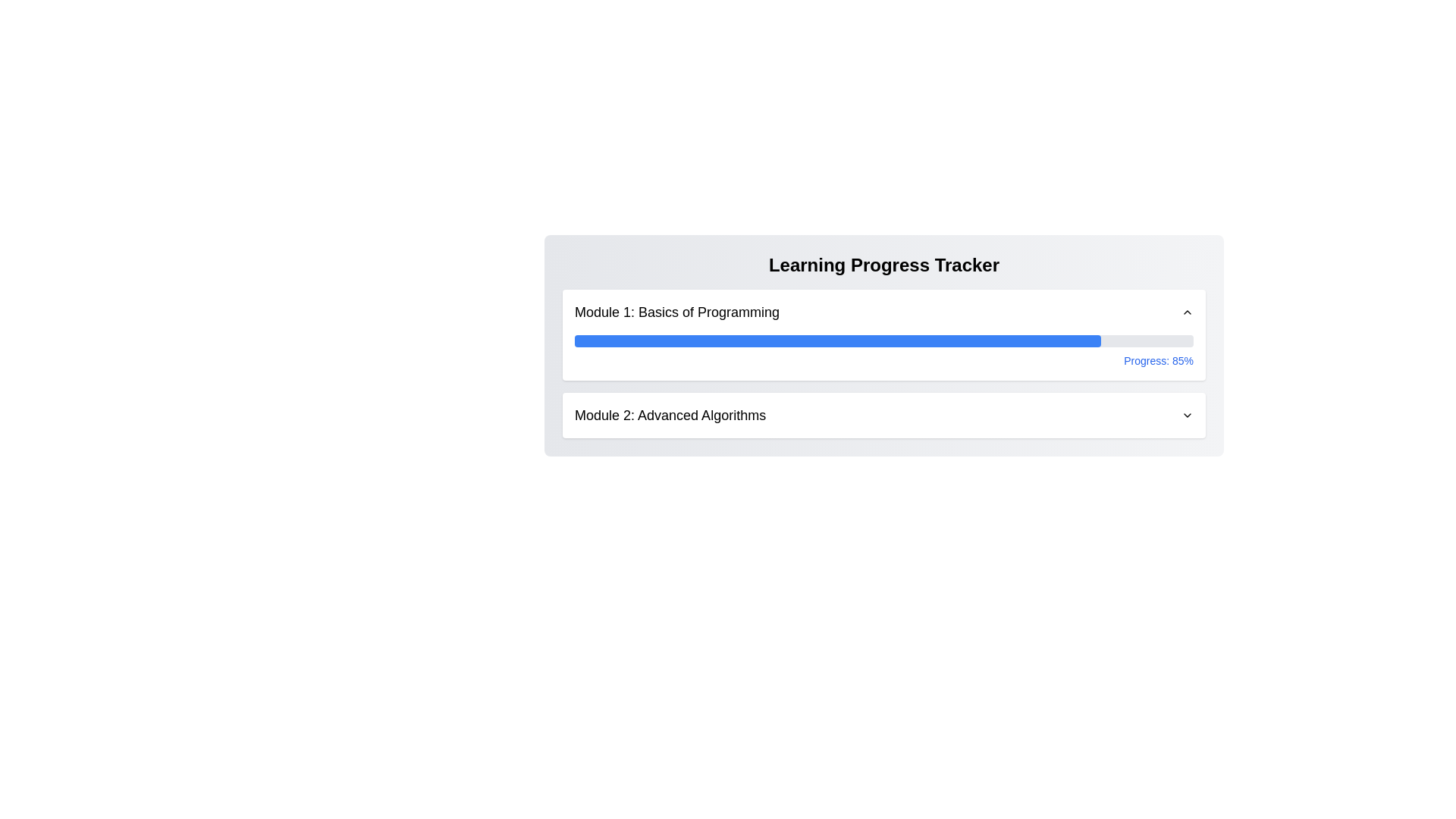 This screenshot has width=1456, height=819. Describe the element at coordinates (884, 345) in the screenshot. I see `the Progress Tracker Section, which displays the progress of various learning modules with percentage completion, located centrally beneath a title section` at that location.